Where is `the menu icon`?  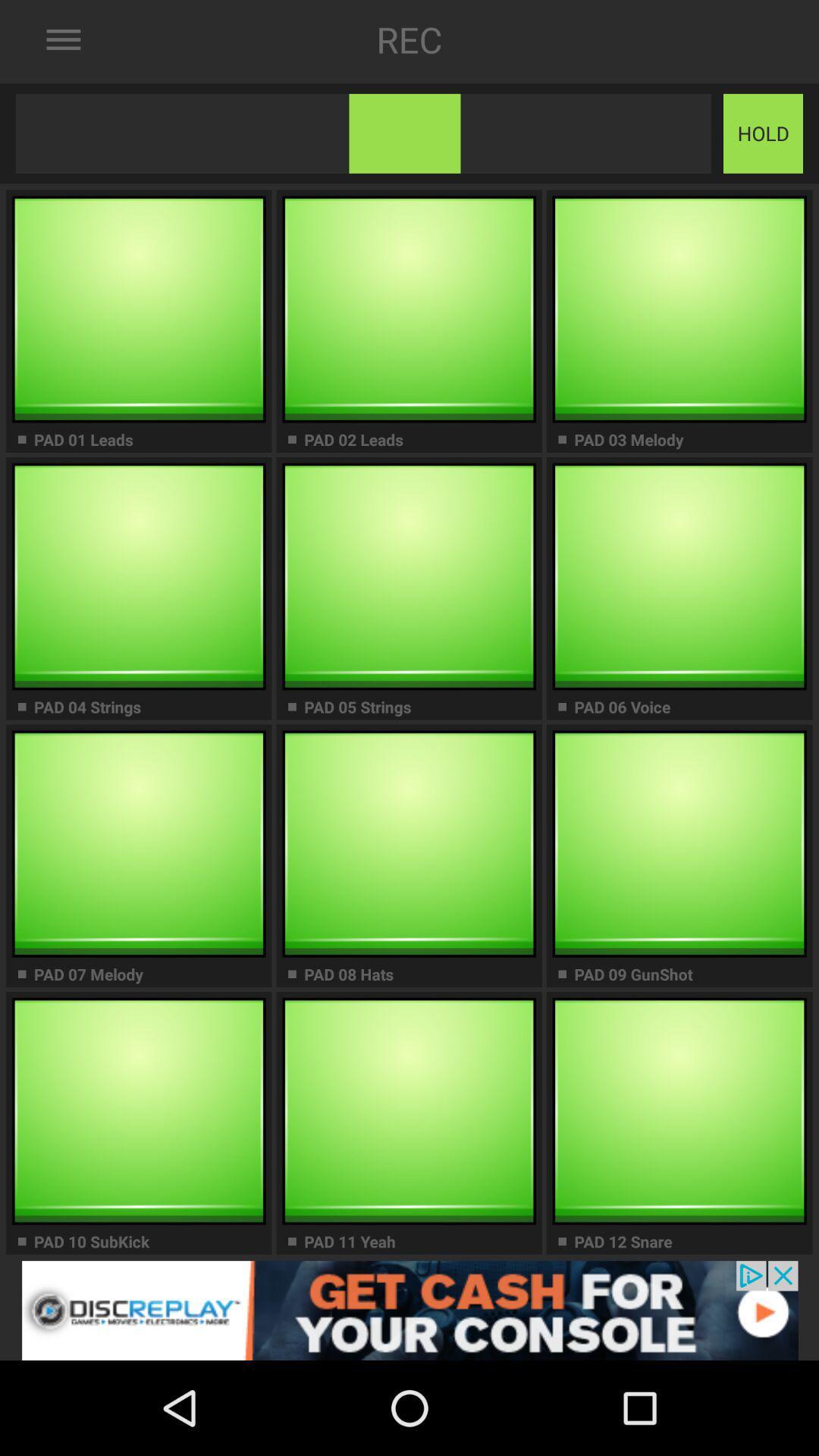 the menu icon is located at coordinates (63, 42).